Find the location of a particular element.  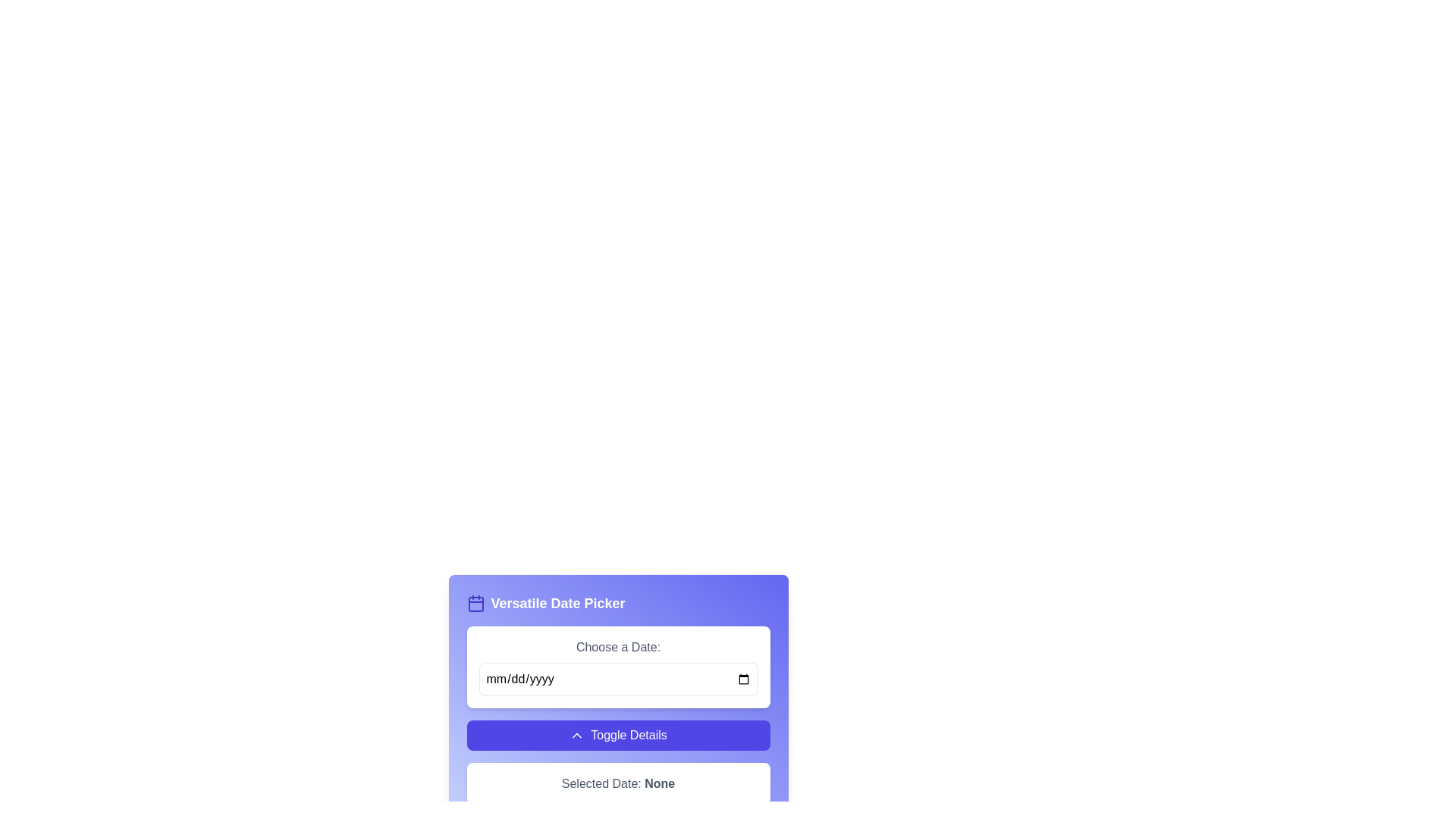

the 'Toggle Details' button, which is an indigo rectangular button with rounded corners displaying white text and a chevron-up icon is located at coordinates (618, 734).